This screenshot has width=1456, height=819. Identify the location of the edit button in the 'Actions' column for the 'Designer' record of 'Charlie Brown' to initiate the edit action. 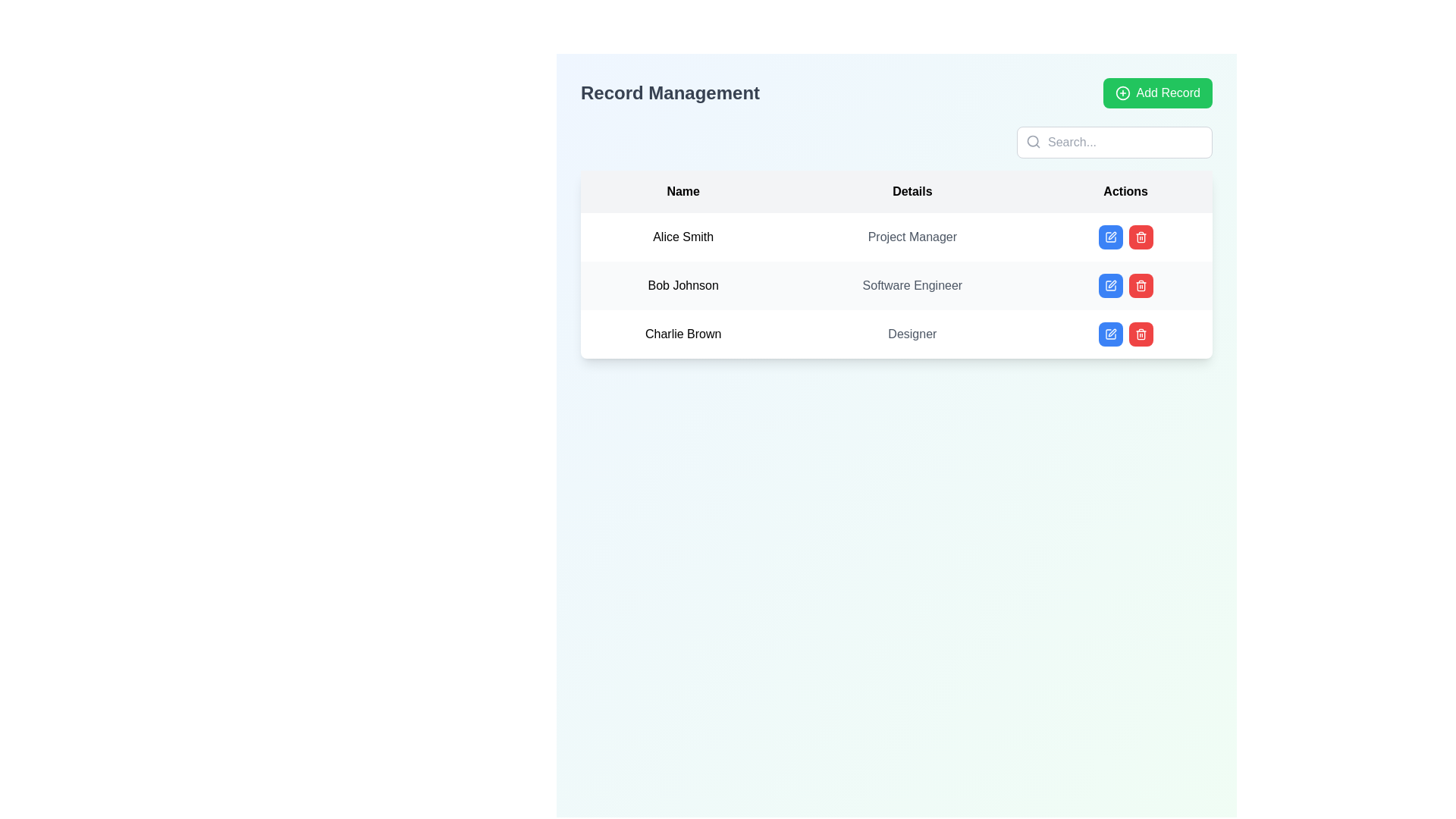
(1110, 333).